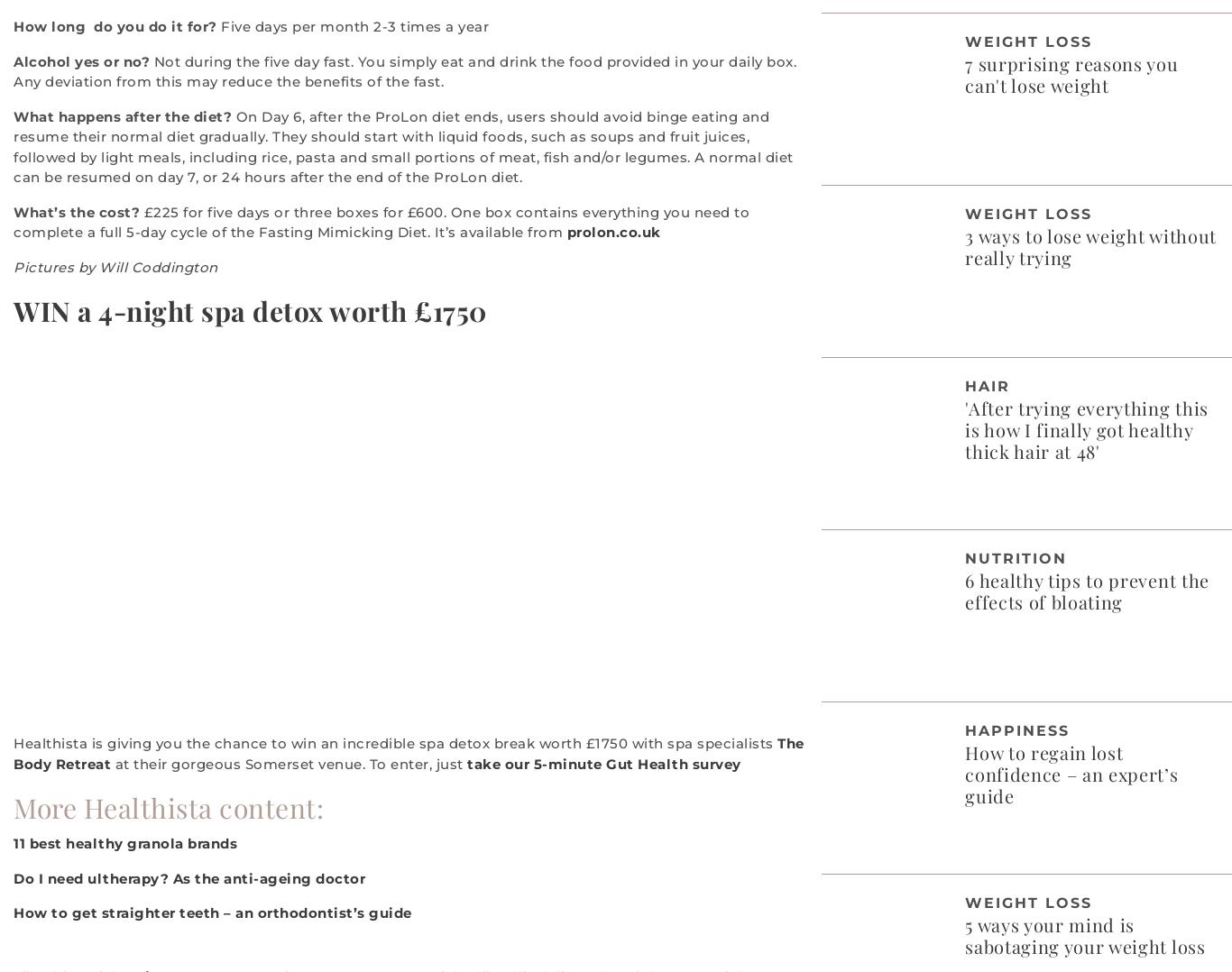  I want to click on 'The Body Retreat', so click(14, 753).